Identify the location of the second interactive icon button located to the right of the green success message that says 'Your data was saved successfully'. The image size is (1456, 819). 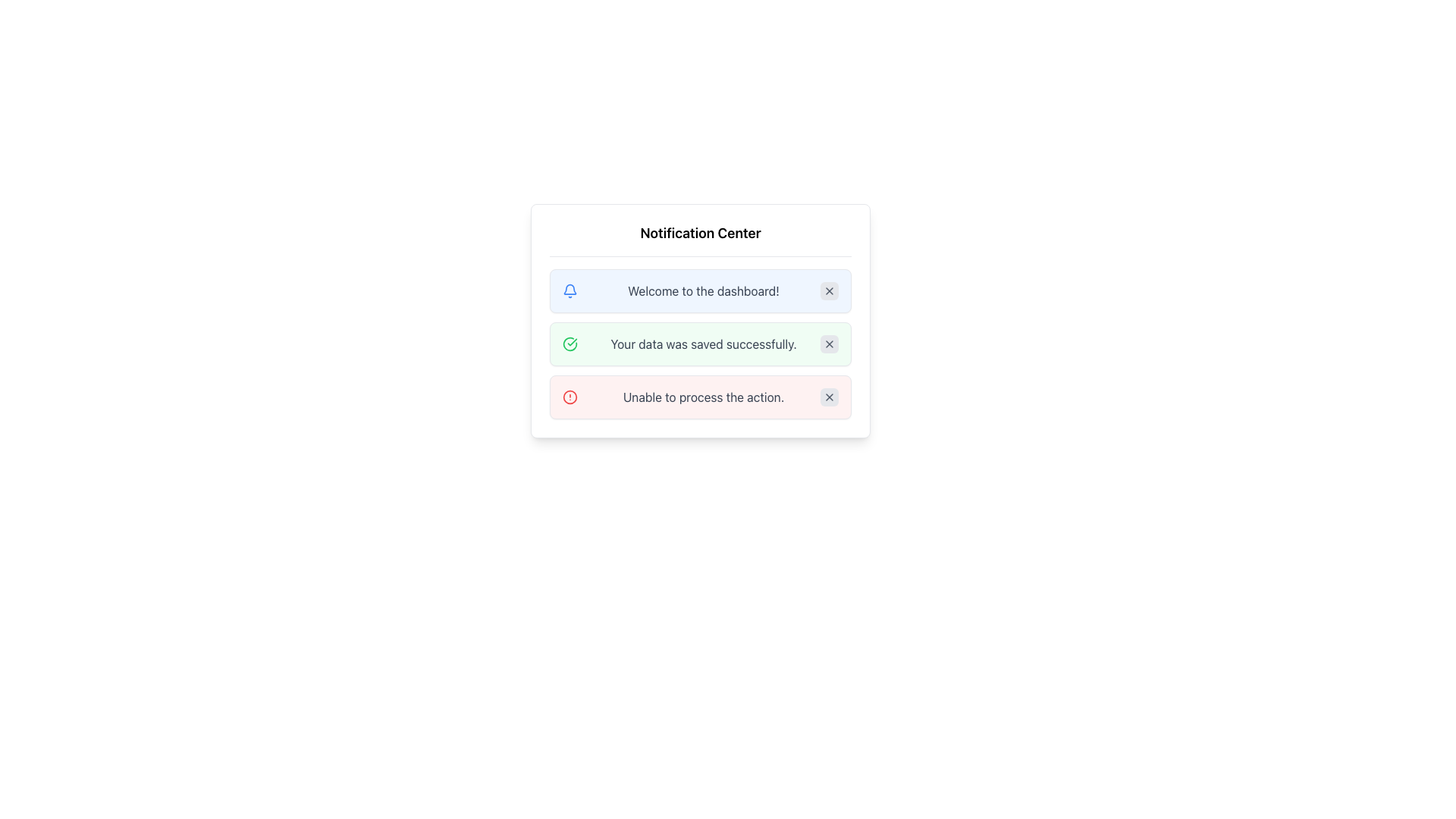
(829, 344).